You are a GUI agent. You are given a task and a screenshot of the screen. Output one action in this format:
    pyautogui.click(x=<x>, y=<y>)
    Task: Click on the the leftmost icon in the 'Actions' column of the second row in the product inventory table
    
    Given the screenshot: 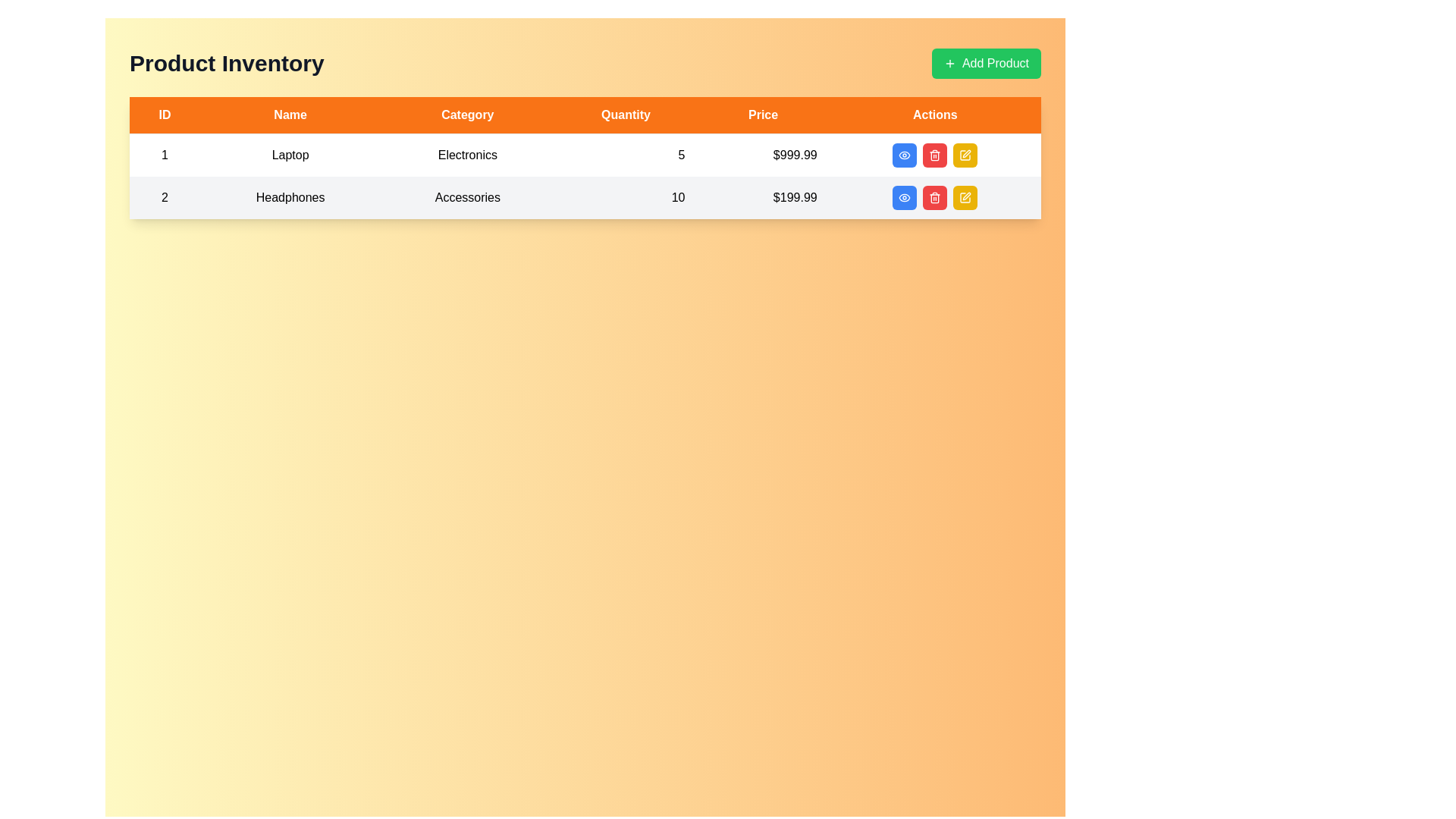 What is the action you would take?
    pyautogui.click(x=905, y=197)
    